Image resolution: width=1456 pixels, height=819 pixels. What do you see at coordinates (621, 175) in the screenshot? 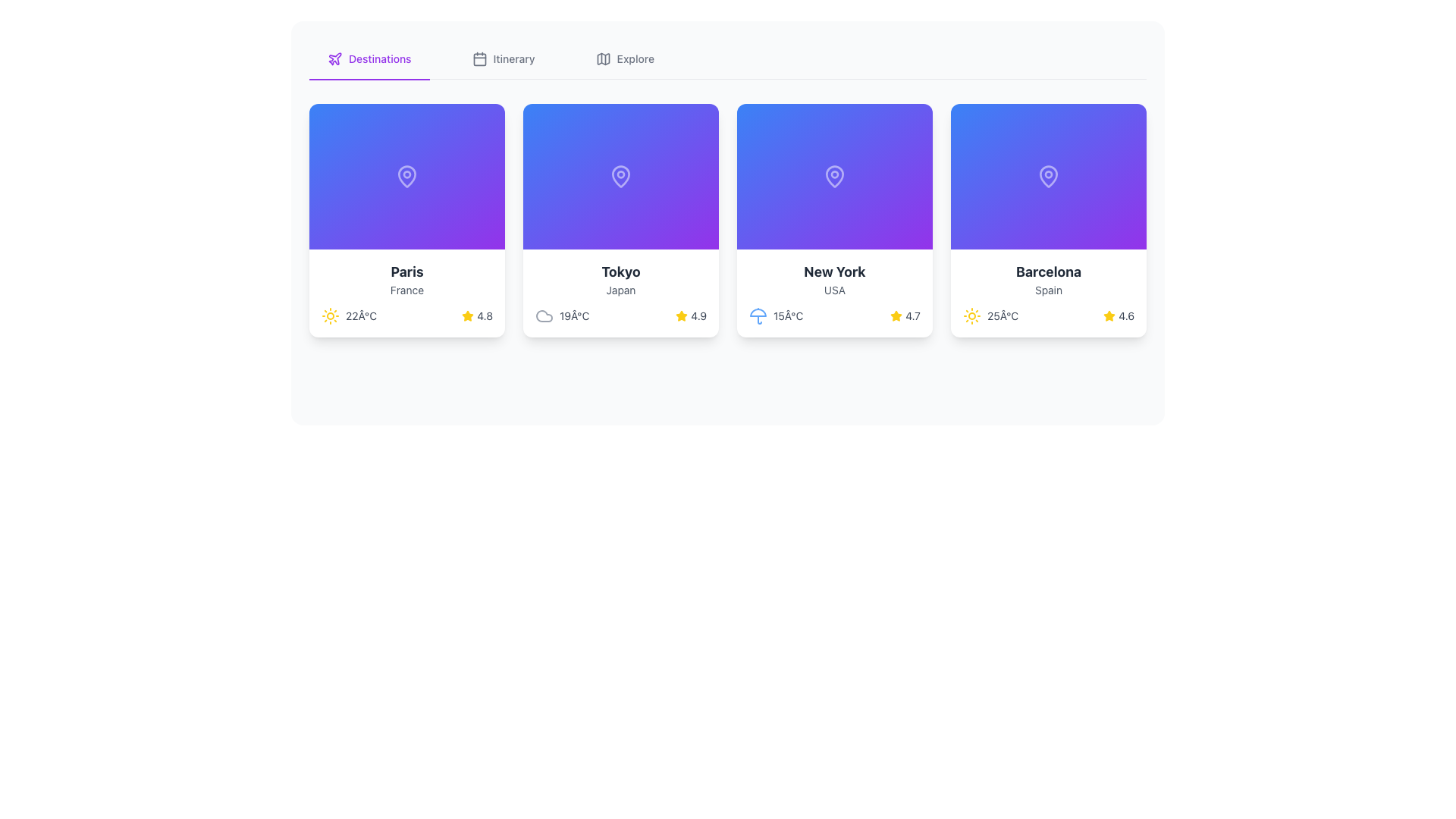
I see `the decorative icon background in the header of the Tokyo card, which is centrally located in the gradient section of the second card in the list` at bounding box center [621, 175].